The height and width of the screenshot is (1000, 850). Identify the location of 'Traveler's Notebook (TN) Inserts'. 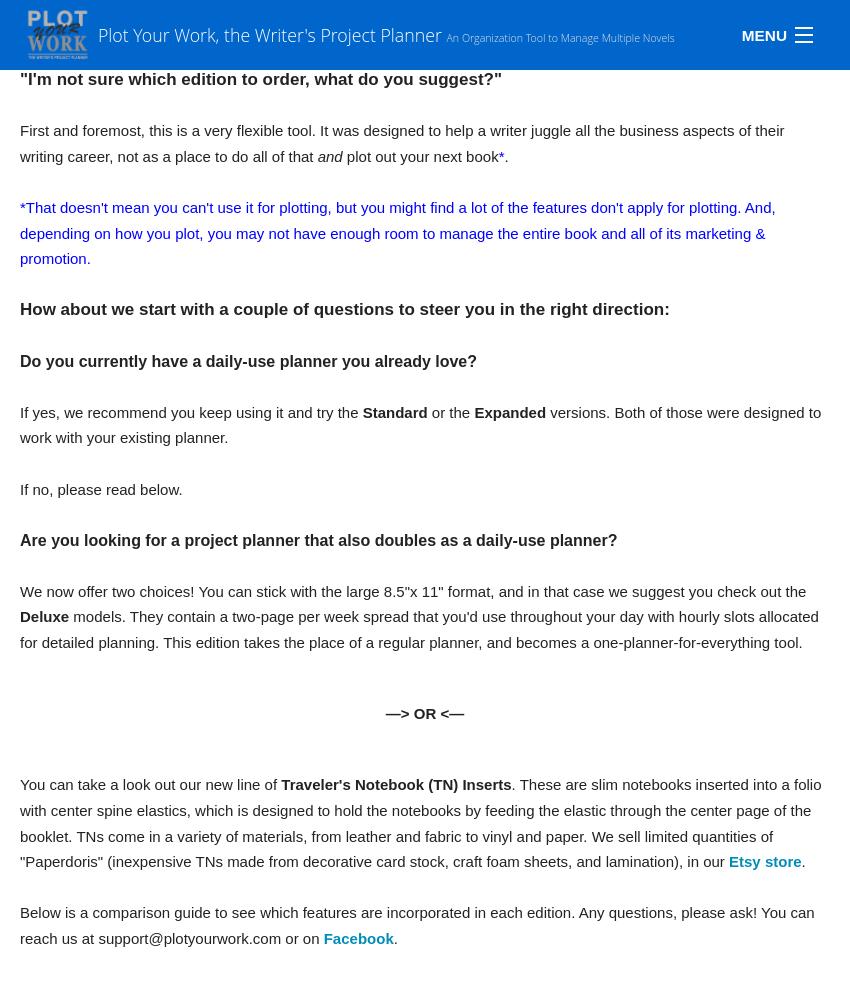
(280, 784).